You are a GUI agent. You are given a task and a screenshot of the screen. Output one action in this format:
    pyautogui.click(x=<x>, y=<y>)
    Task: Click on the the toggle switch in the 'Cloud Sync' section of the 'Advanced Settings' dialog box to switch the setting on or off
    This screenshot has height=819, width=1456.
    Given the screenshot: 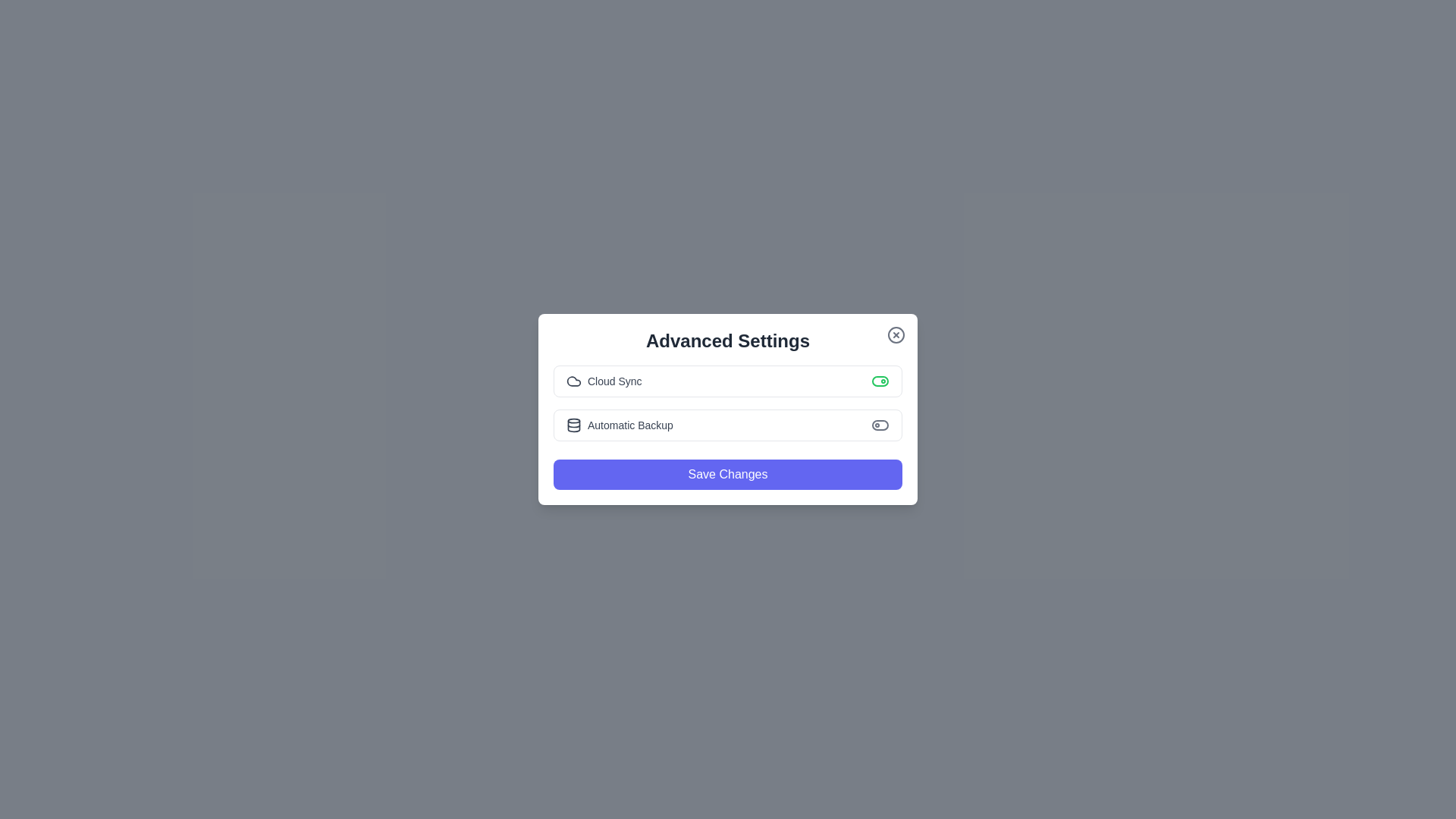 What is the action you would take?
    pyautogui.click(x=728, y=409)
    